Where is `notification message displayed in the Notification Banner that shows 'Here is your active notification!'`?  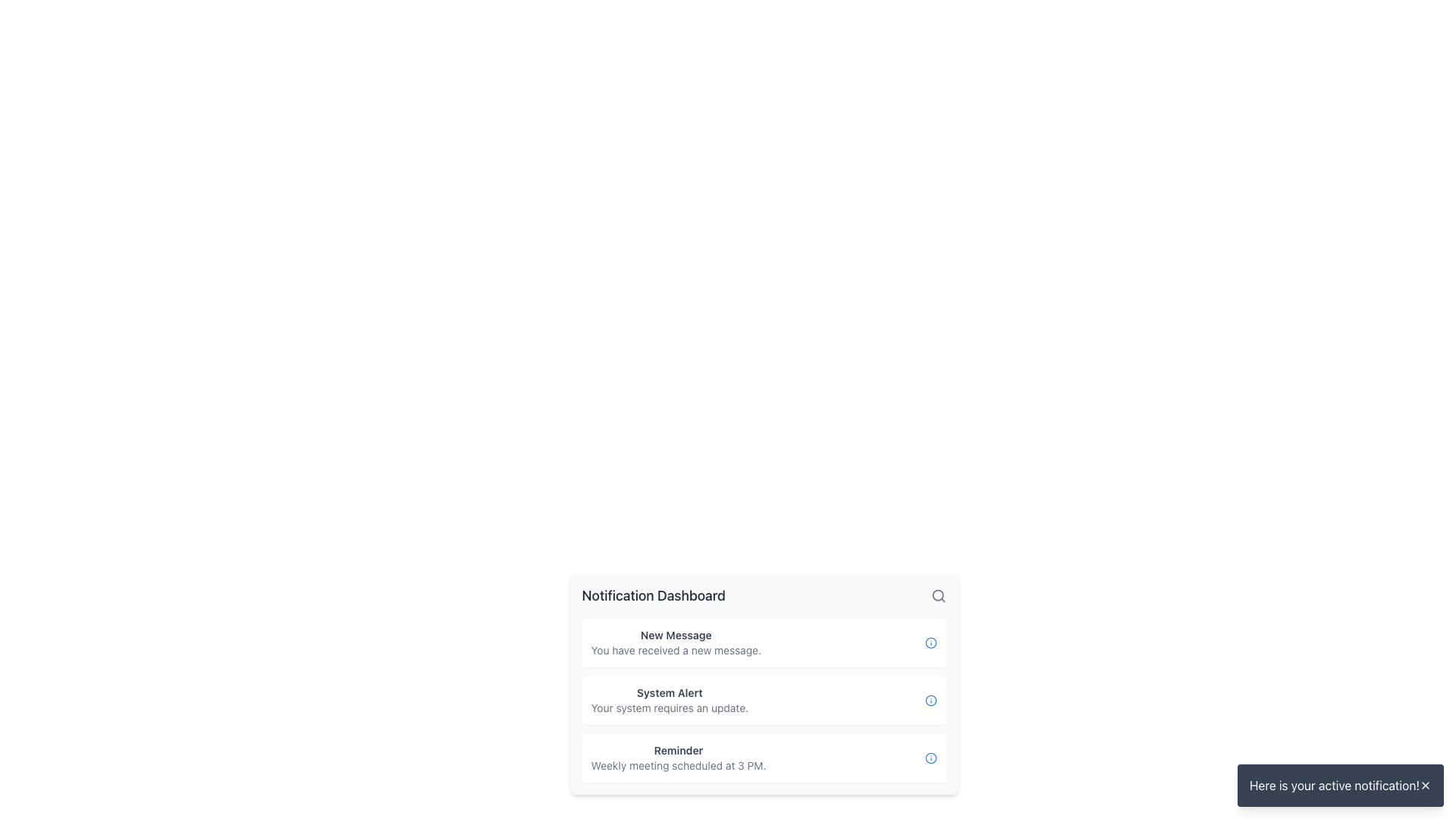
notification message displayed in the Notification Banner that shows 'Here is your active notification!' is located at coordinates (1340, 785).